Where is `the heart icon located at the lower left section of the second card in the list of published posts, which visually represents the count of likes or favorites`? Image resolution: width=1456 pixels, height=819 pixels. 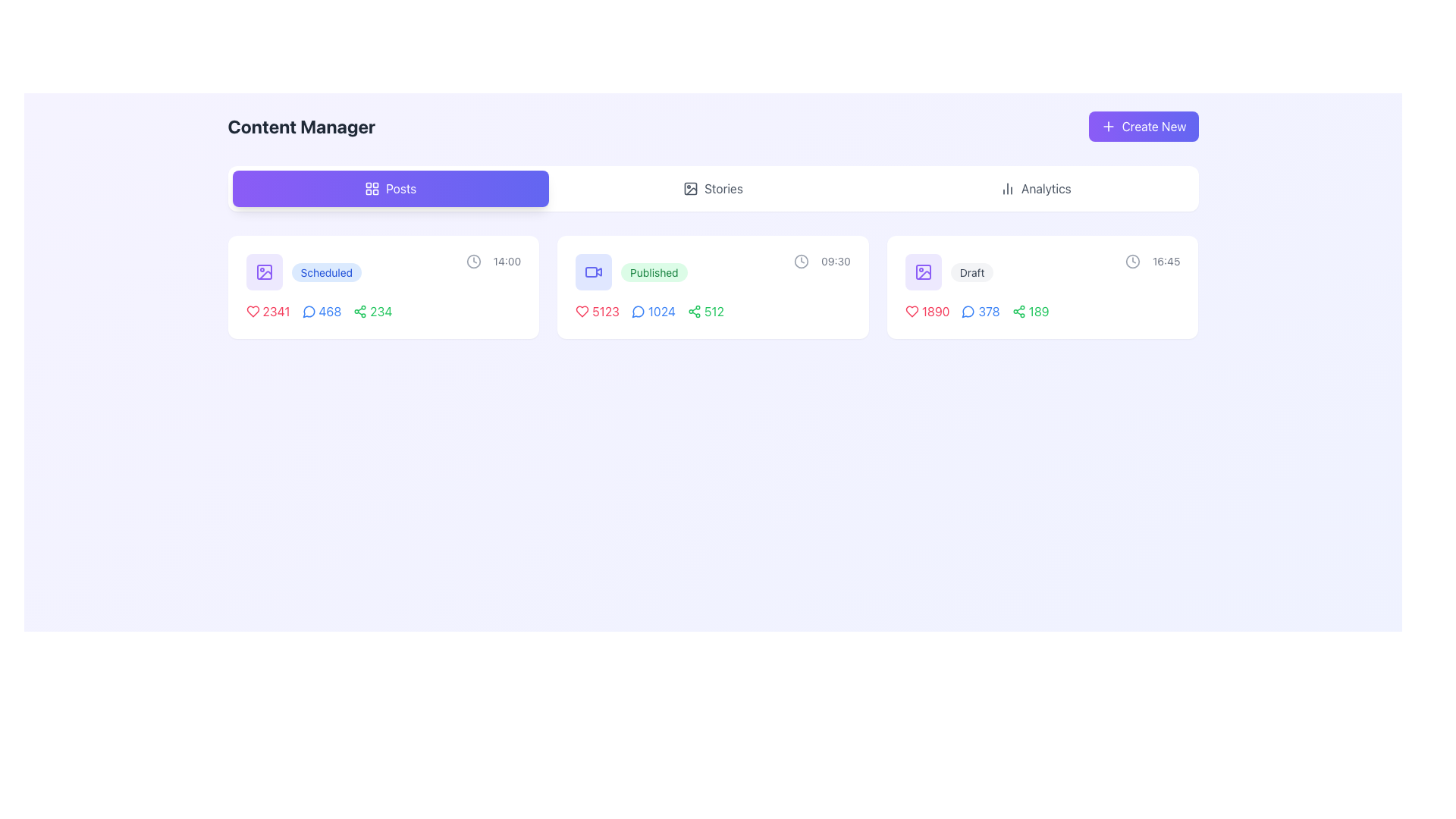 the heart icon located at the lower left section of the second card in the list of published posts, which visually represents the count of likes or favorites is located at coordinates (582, 311).